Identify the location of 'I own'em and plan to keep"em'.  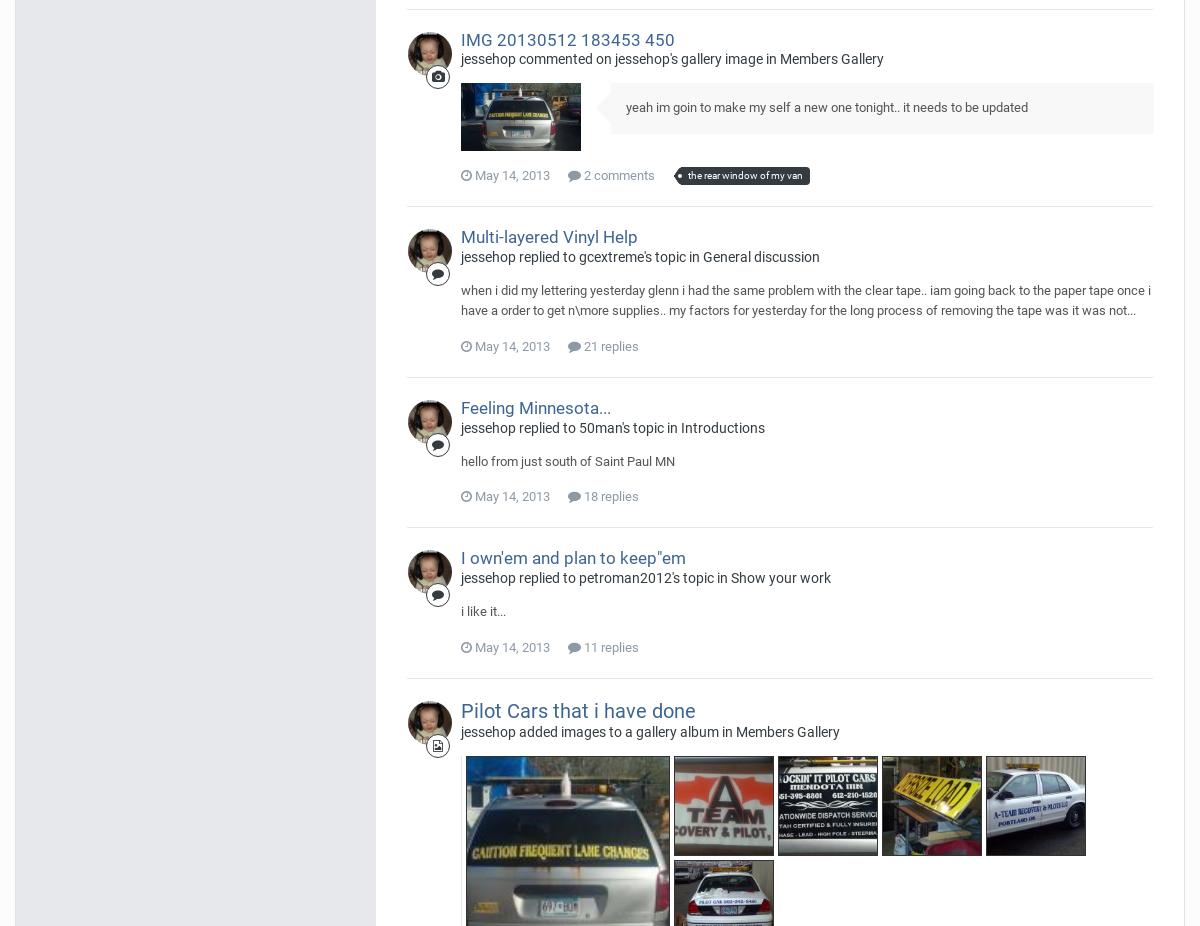
(572, 557).